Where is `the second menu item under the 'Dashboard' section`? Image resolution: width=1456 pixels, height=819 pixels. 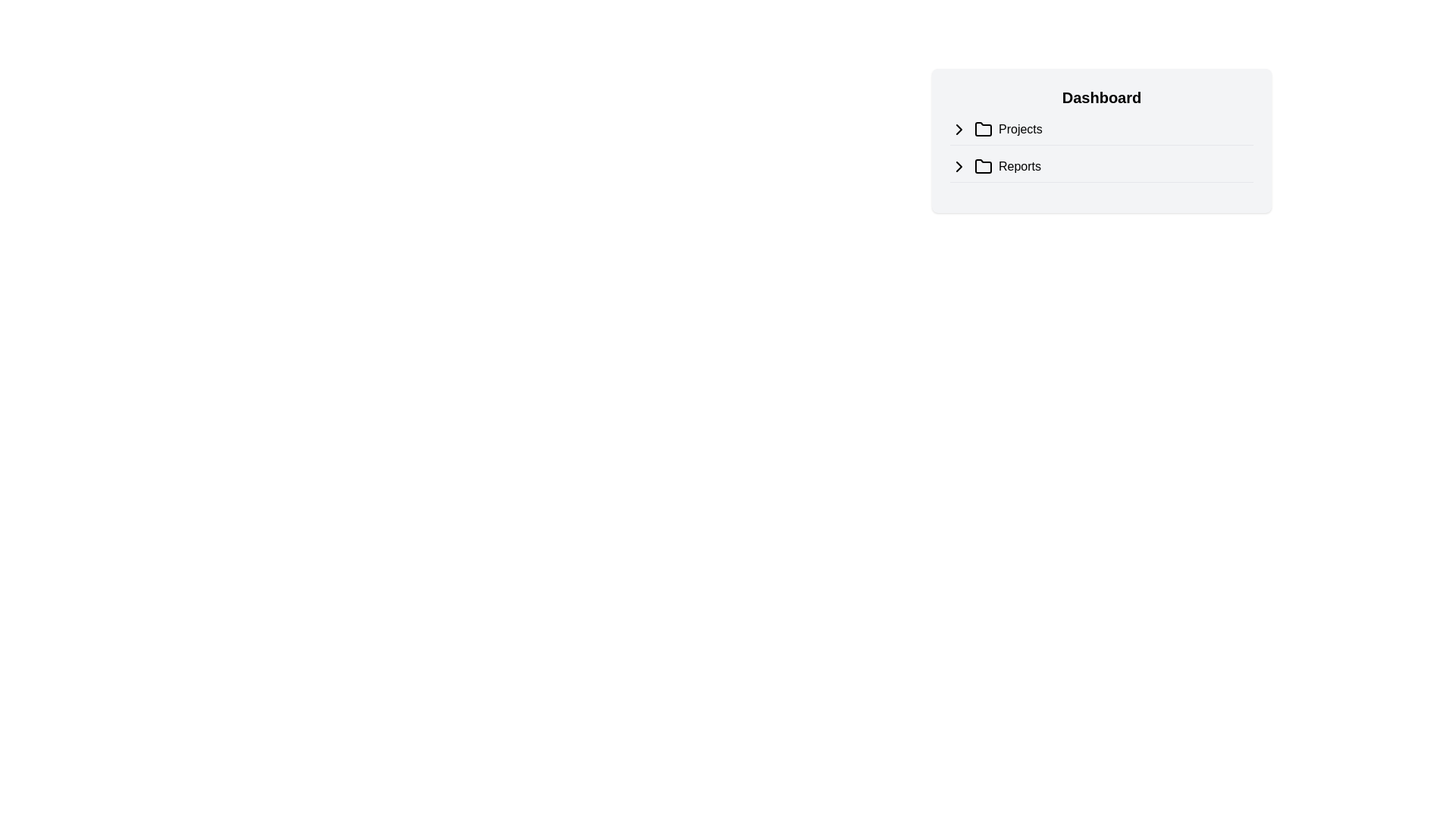 the second menu item under the 'Dashboard' section is located at coordinates (1102, 169).